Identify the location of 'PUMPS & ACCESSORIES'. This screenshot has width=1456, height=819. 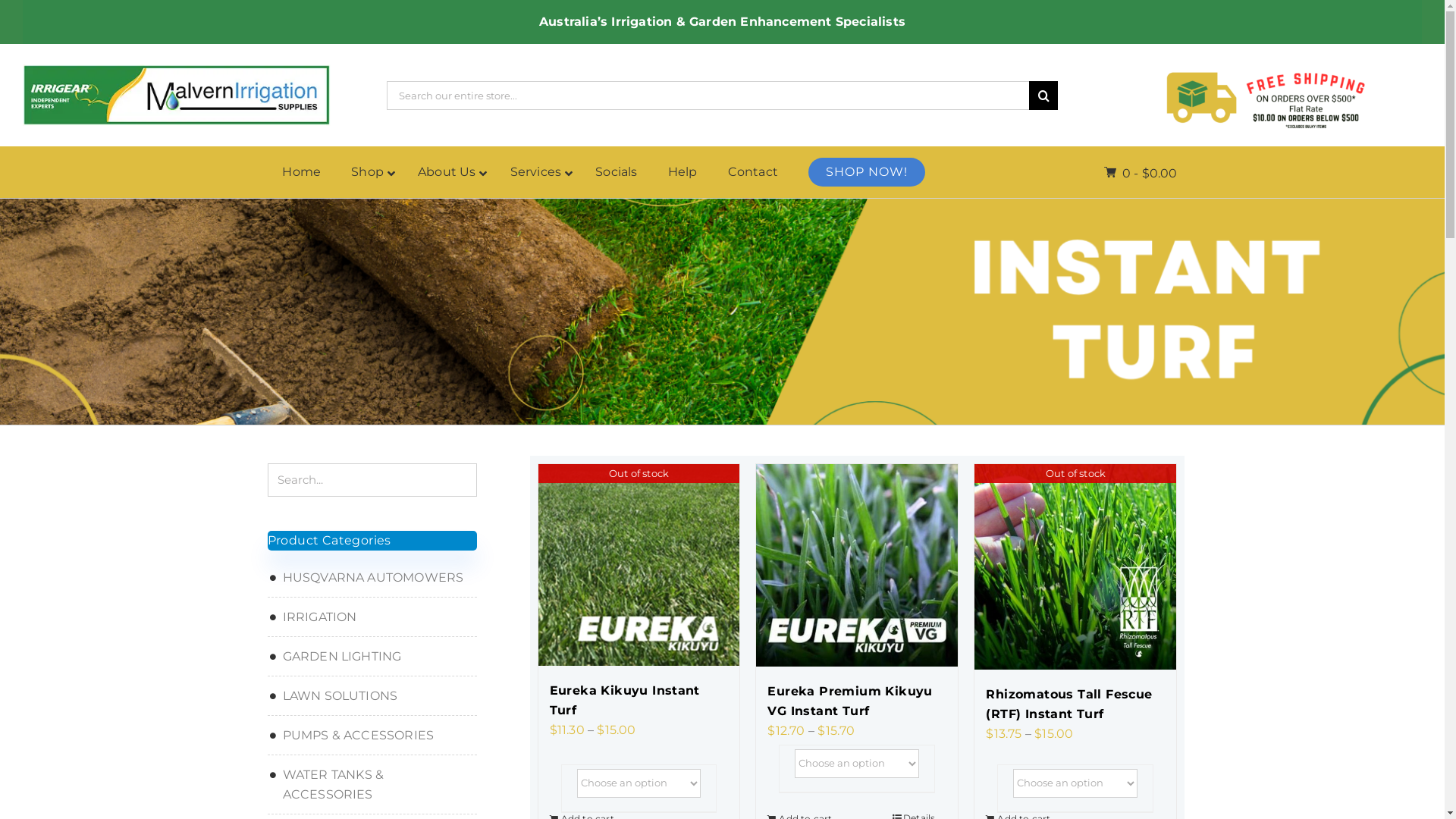
(371, 734).